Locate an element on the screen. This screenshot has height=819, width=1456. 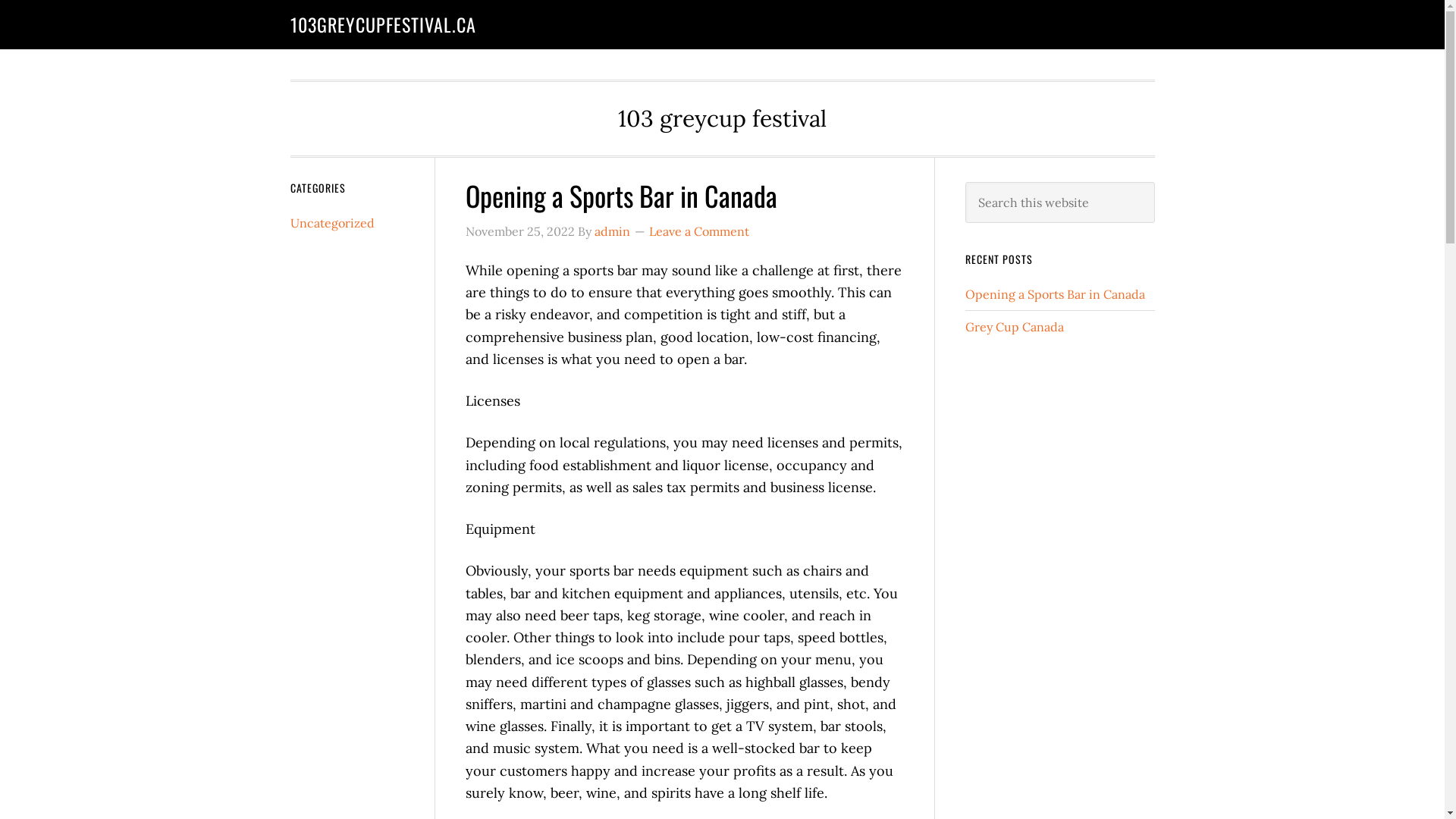
'Leave a Comment' is located at coordinates (648, 231).